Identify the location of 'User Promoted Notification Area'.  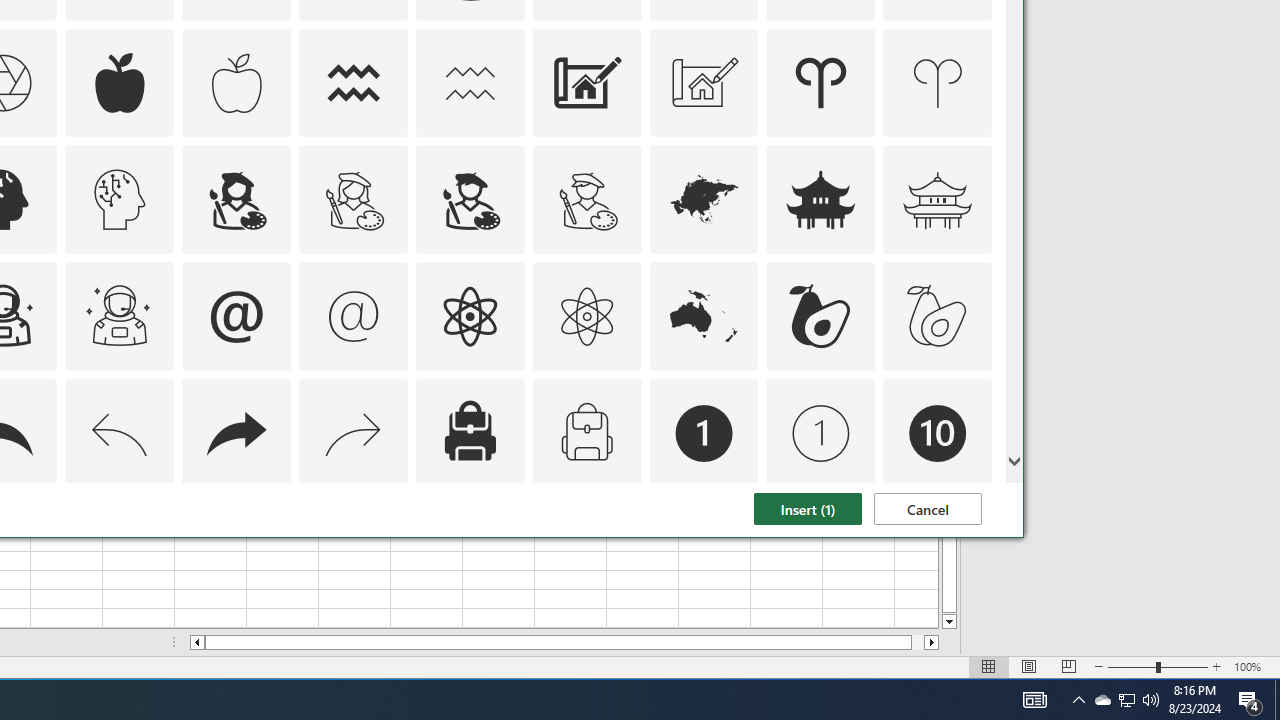
(1127, 698).